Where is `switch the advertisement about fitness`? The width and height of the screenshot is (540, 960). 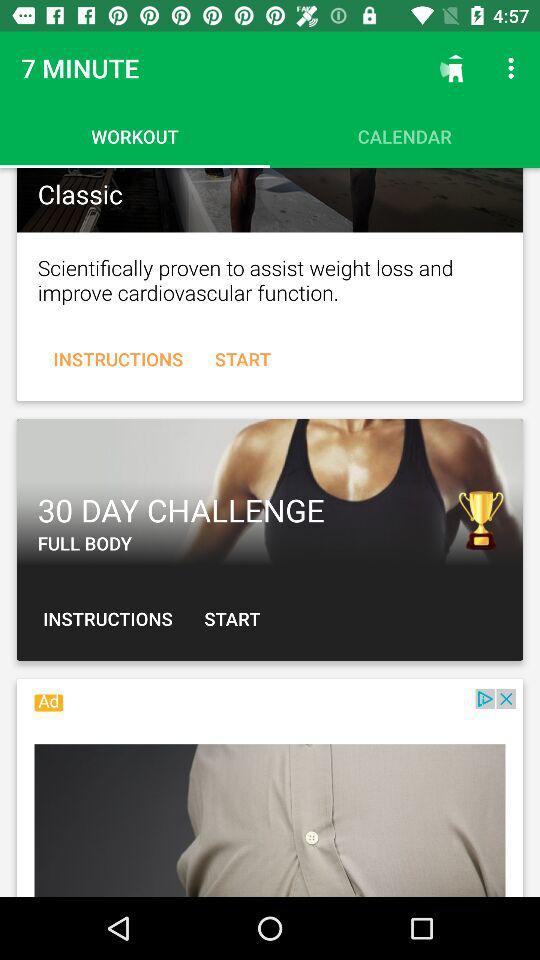
switch the advertisement about fitness is located at coordinates (270, 793).